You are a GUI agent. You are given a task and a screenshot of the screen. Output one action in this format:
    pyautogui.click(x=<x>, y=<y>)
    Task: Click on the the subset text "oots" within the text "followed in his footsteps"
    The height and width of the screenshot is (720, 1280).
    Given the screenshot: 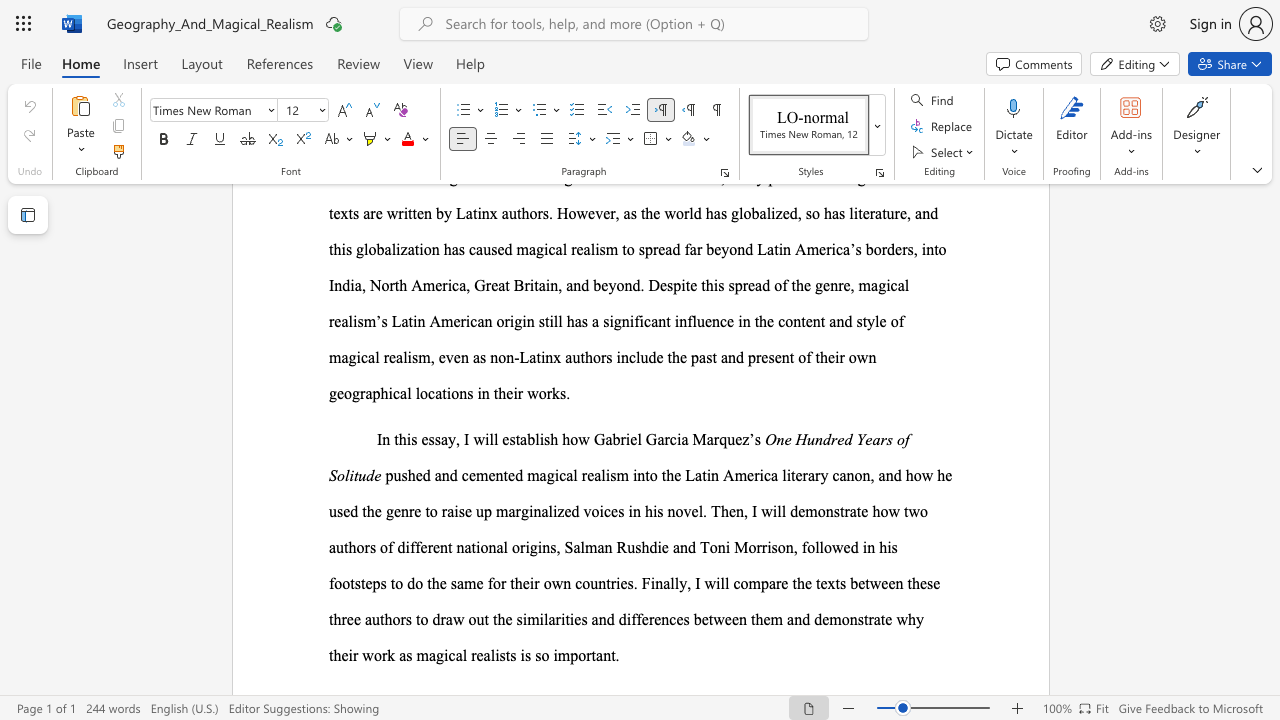 What is the action you would take?
    pyautogui.click(x=334, y=583)
    